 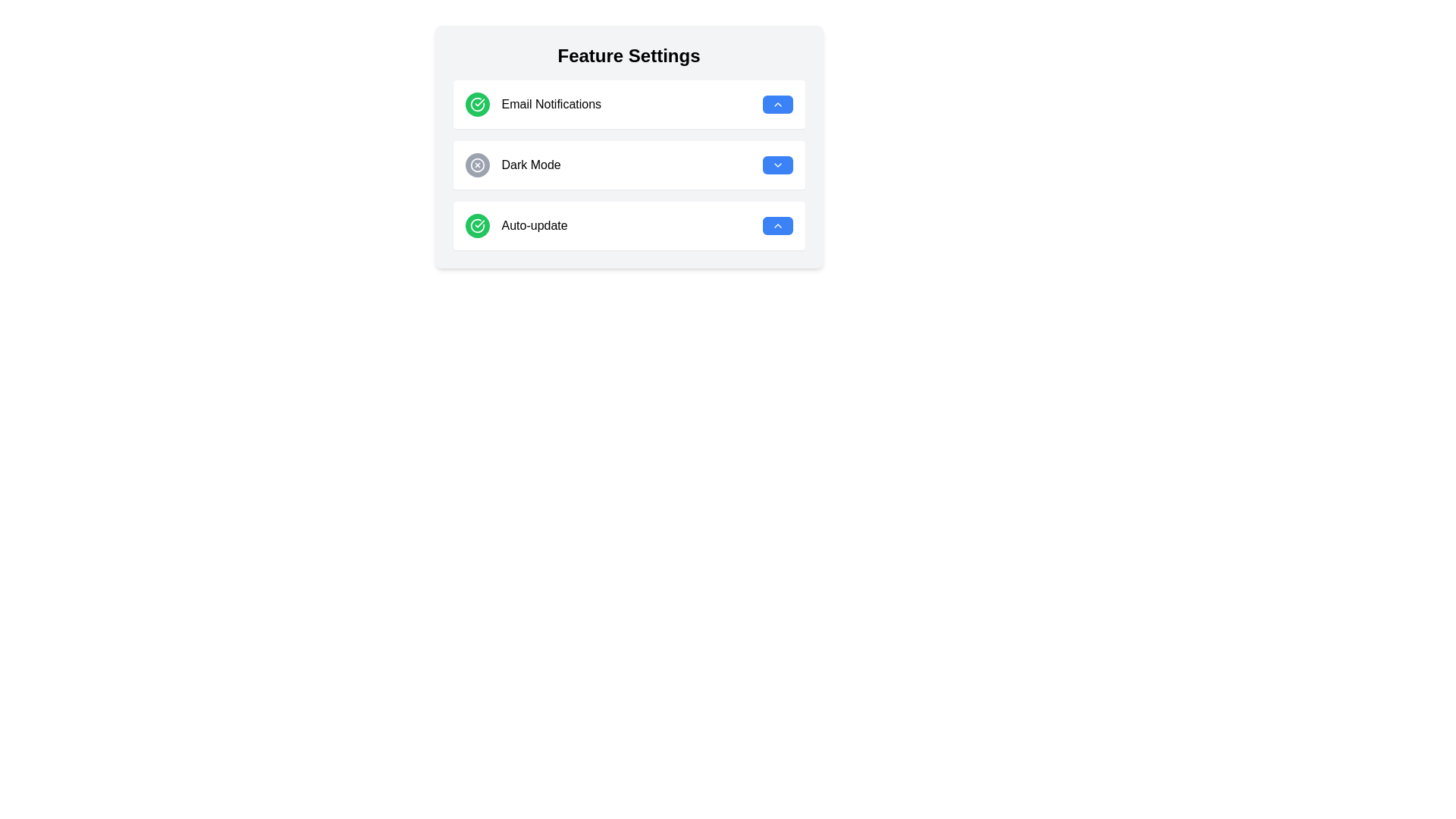 What do you see at coordinates (476, 225) in the screenshot?
I see `the green circular status indicator with a white checkmark, located to the left of the 'Auto-update' label` at bounding box center [476, 225].